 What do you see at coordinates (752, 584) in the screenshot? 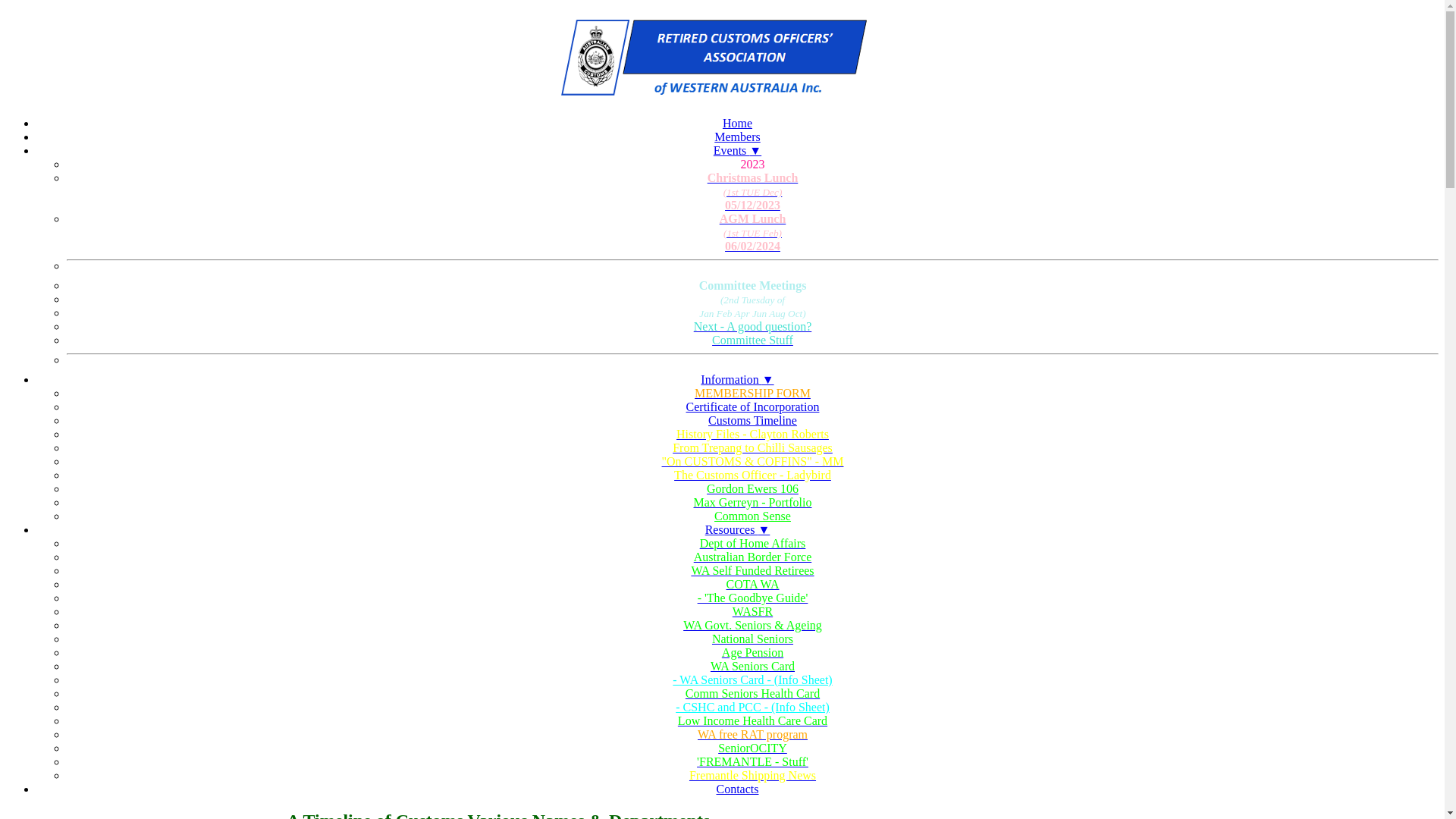
I see `'COTA WA'` at bounding box center [752, 584].